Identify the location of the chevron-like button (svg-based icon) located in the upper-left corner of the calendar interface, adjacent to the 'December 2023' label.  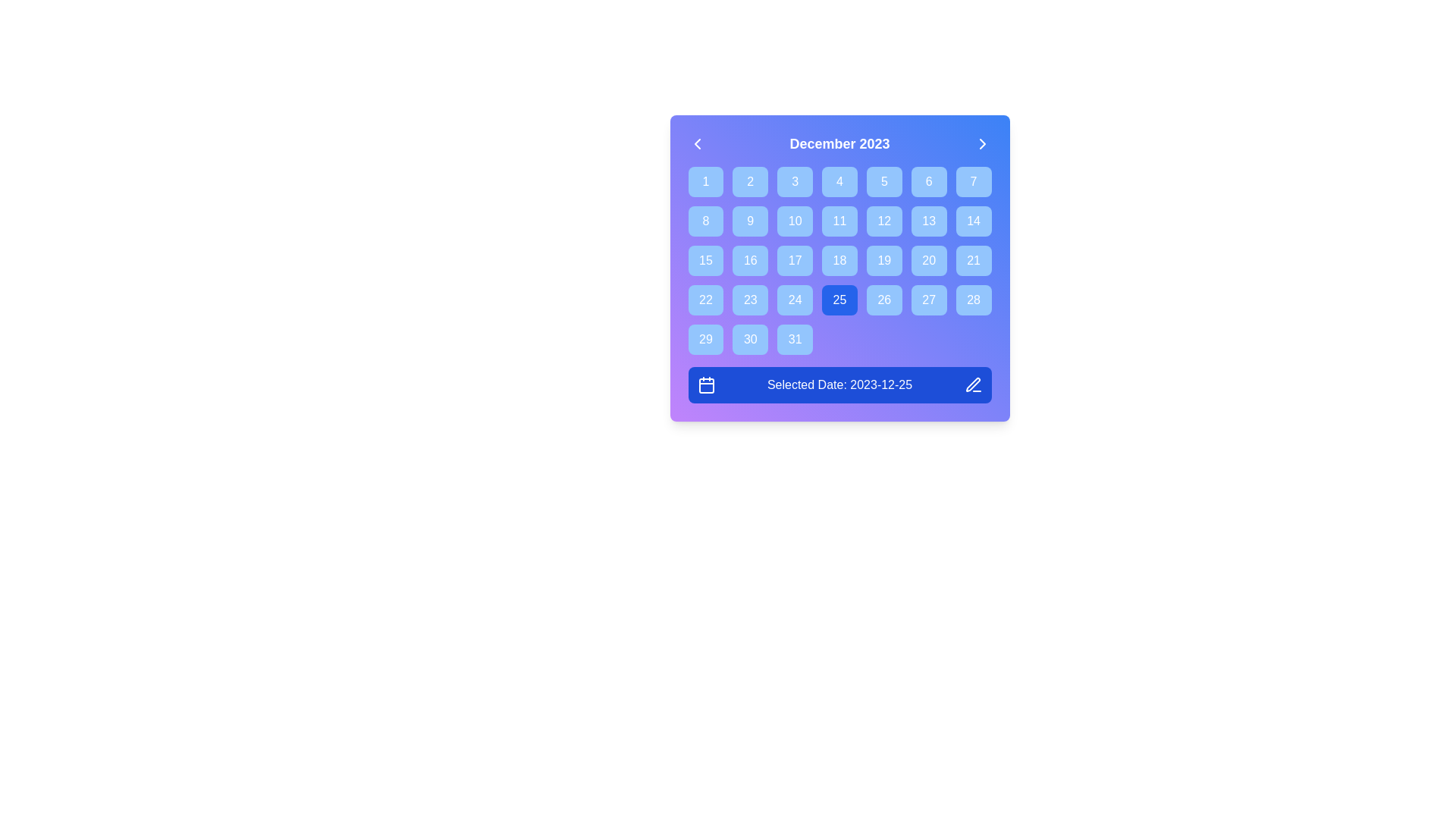
(696, 143).